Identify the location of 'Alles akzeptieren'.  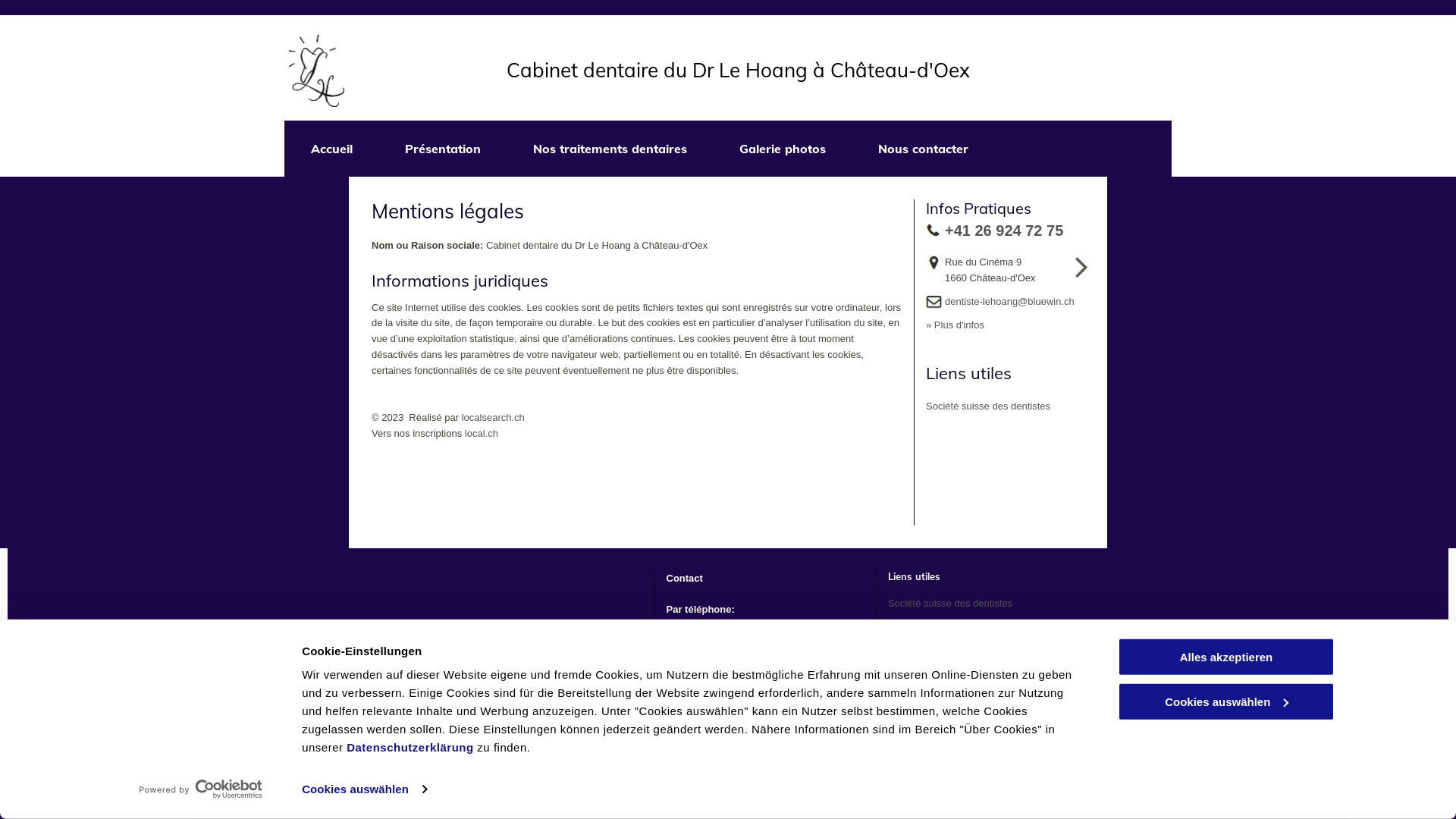
(1226, 656).